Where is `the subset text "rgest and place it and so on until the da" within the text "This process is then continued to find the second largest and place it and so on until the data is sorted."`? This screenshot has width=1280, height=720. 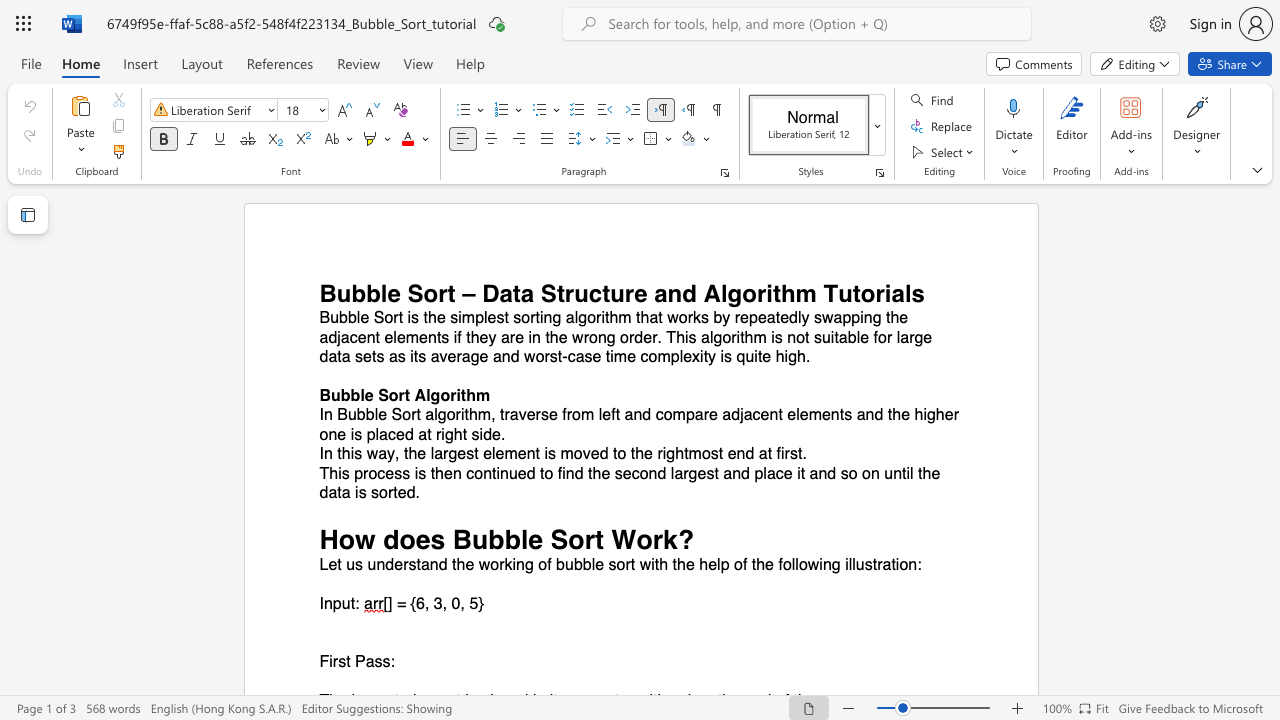
the subset text "rgest and place it and so on until the da" within the text "This process is then continued to find the second largest and place it and so on until the data is sorted." is located at coordinates (683, 473).